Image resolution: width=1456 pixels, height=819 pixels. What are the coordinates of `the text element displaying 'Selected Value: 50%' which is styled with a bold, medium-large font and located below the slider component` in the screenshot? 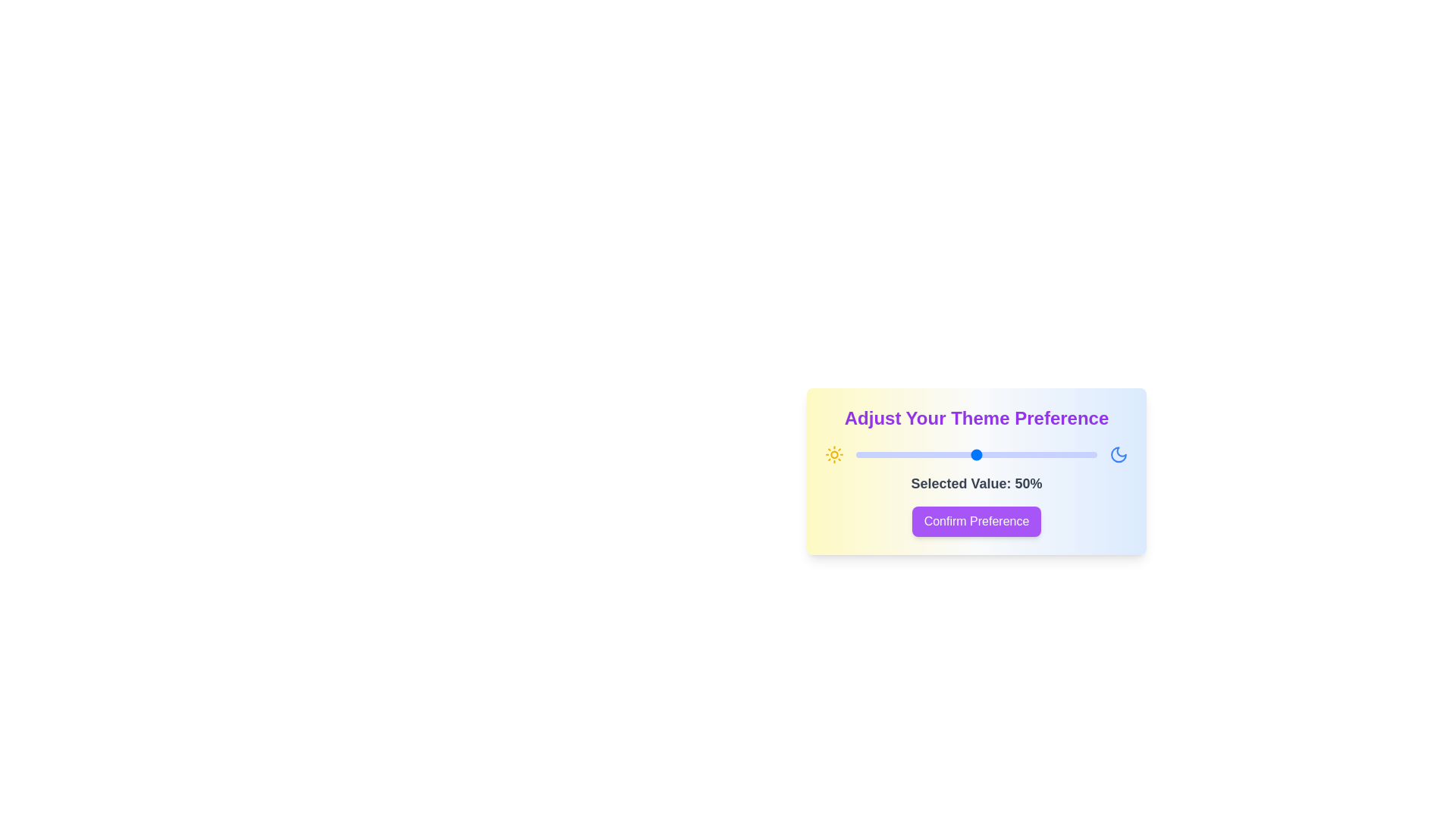 It's located at (976, 483).